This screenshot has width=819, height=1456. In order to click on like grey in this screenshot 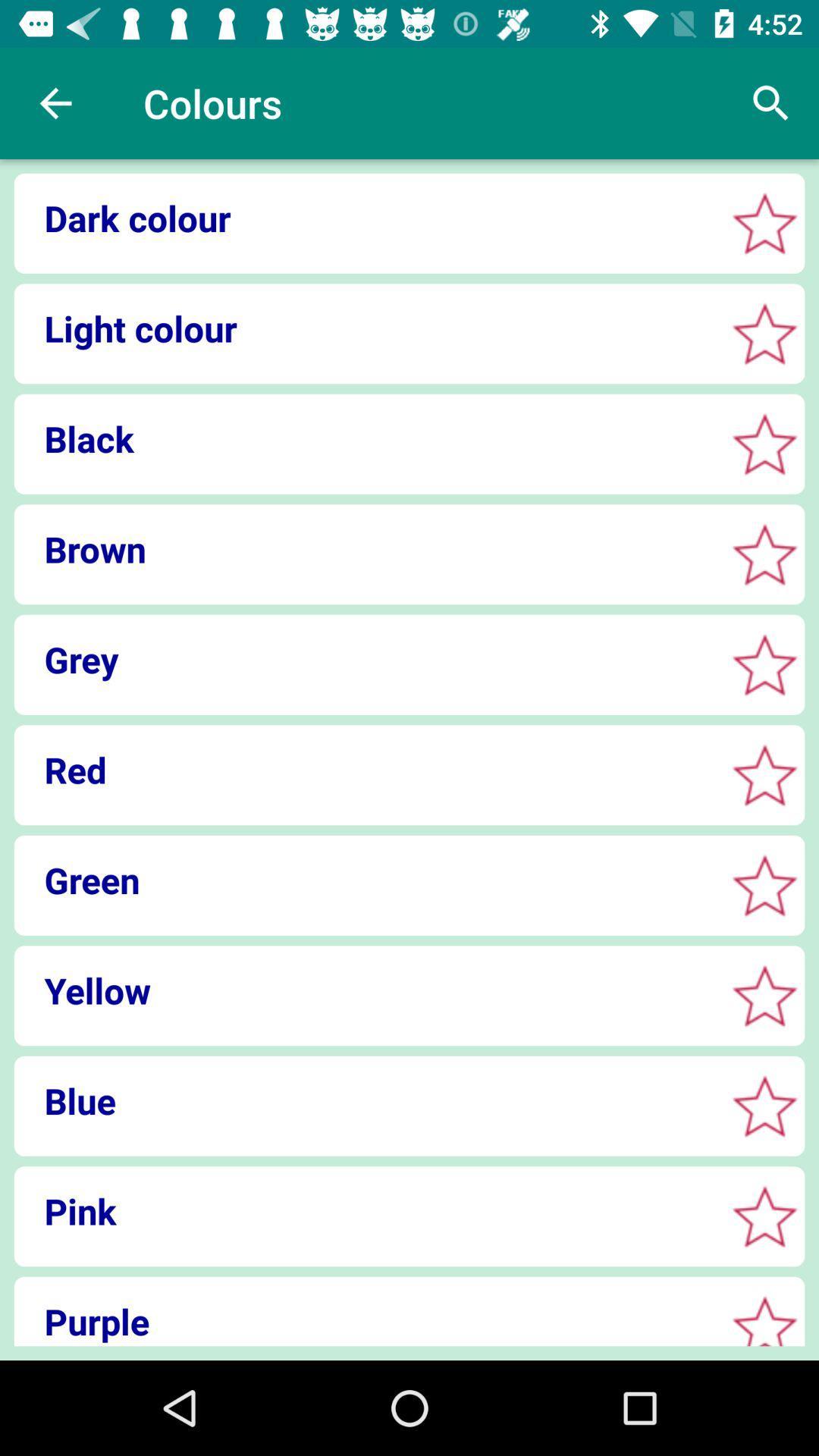, I will do `click(764, 664)`.